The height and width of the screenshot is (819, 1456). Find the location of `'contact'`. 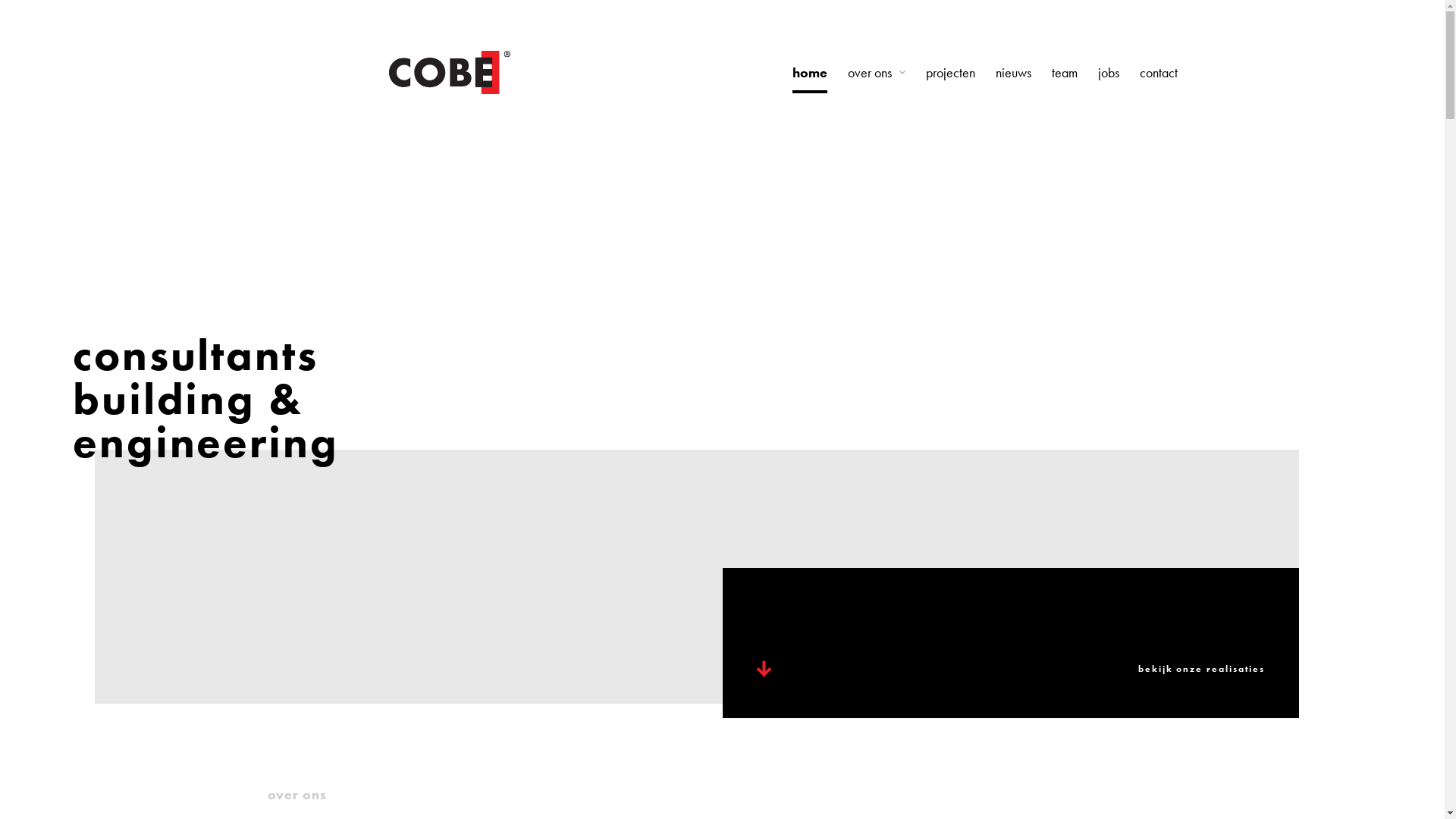

'contact' is located at coordinates (1156, 73).